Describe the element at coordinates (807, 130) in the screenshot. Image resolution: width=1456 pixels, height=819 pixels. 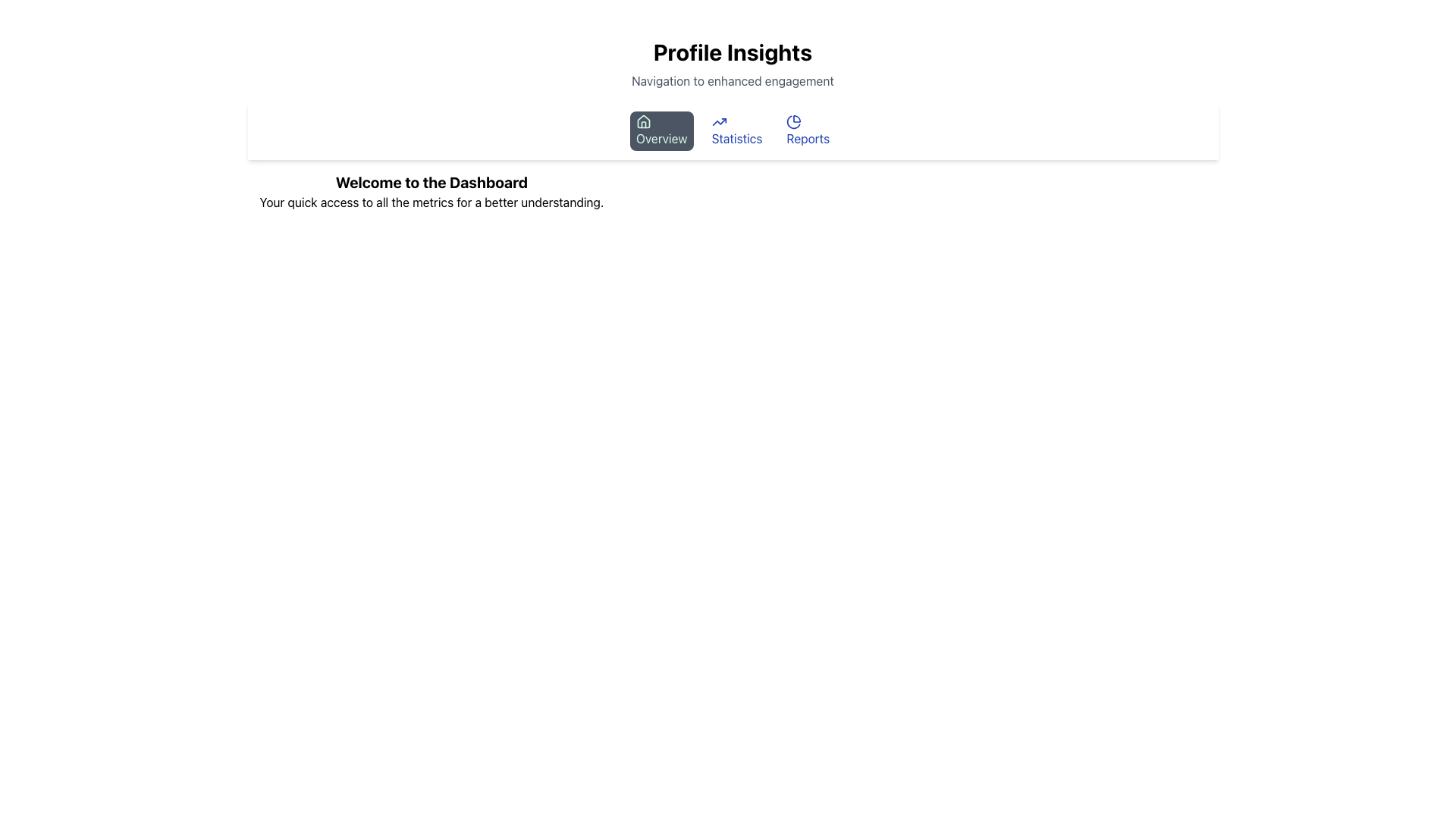
I see `the 'Reports' button, which is the third button in the sequence of three buttons below the 'Profile Insights' header` at that location.